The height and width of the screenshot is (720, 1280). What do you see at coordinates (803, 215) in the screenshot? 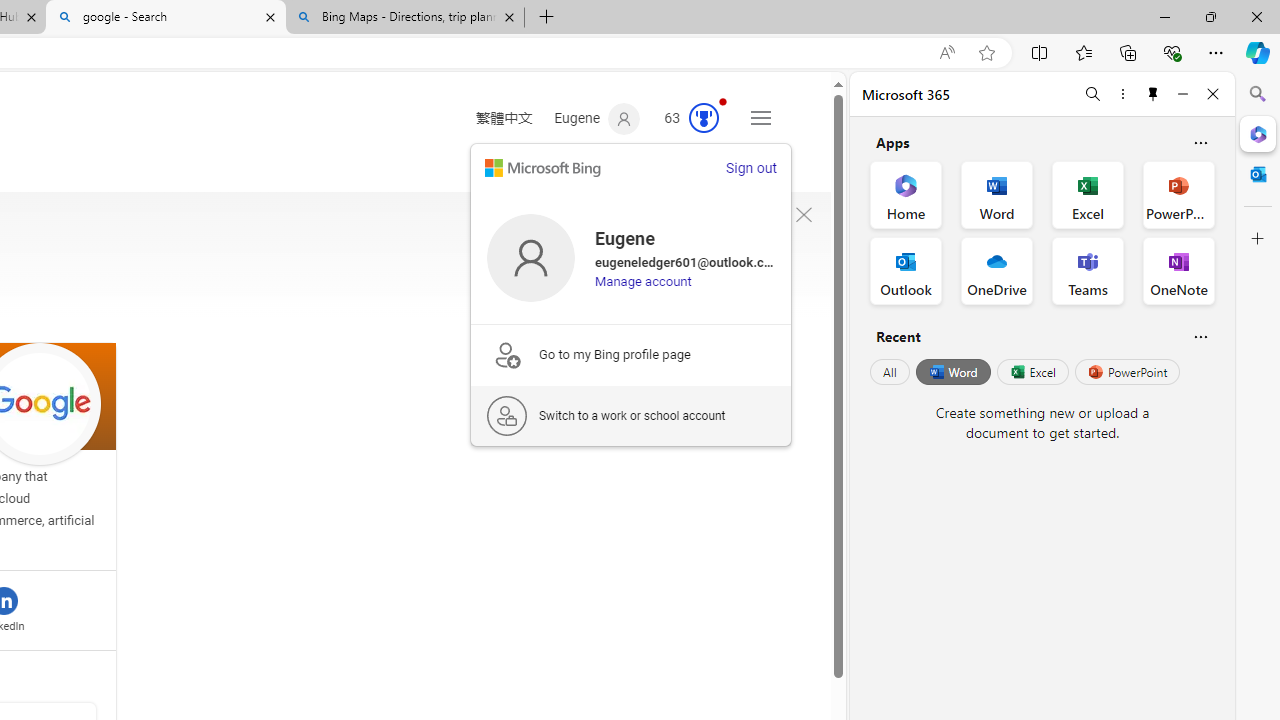
I see `'To get missing image descriptions, open the context menu.'` at bounding box center [803, 215].